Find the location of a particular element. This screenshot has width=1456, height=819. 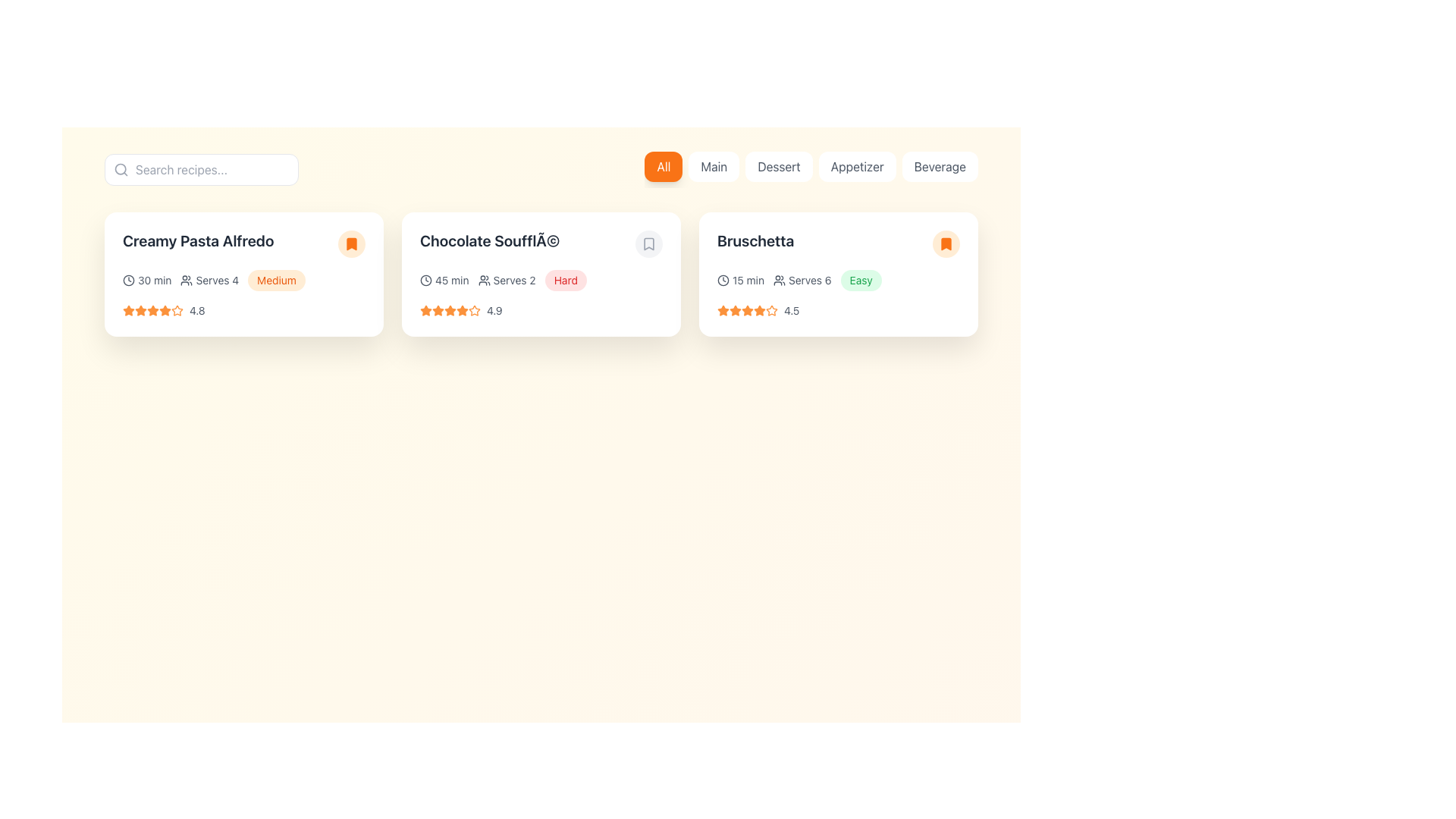

the third star icon representing the rating for the 'Chocolate Soufflé' recipe card, which is visually filled in orange and indicates a rating of 4.9 is located at coordinates (437, 309).